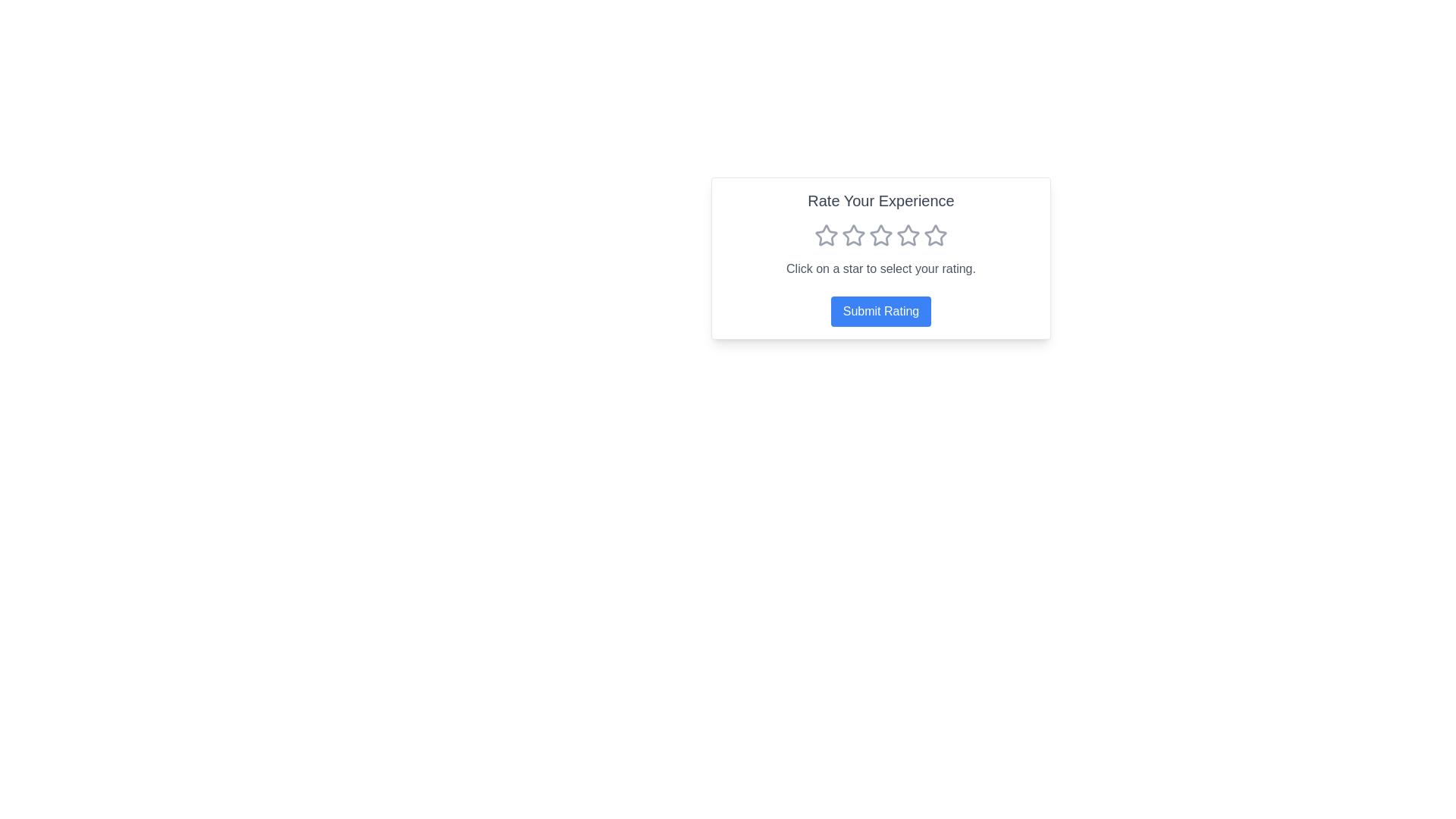 The height and width of the screenshot is (819, 1456). What do you see at coordinates (854, 236) in the screenshot?
I see `the third star icon with a hollow center and gray border` at bounding box center [854, 236].